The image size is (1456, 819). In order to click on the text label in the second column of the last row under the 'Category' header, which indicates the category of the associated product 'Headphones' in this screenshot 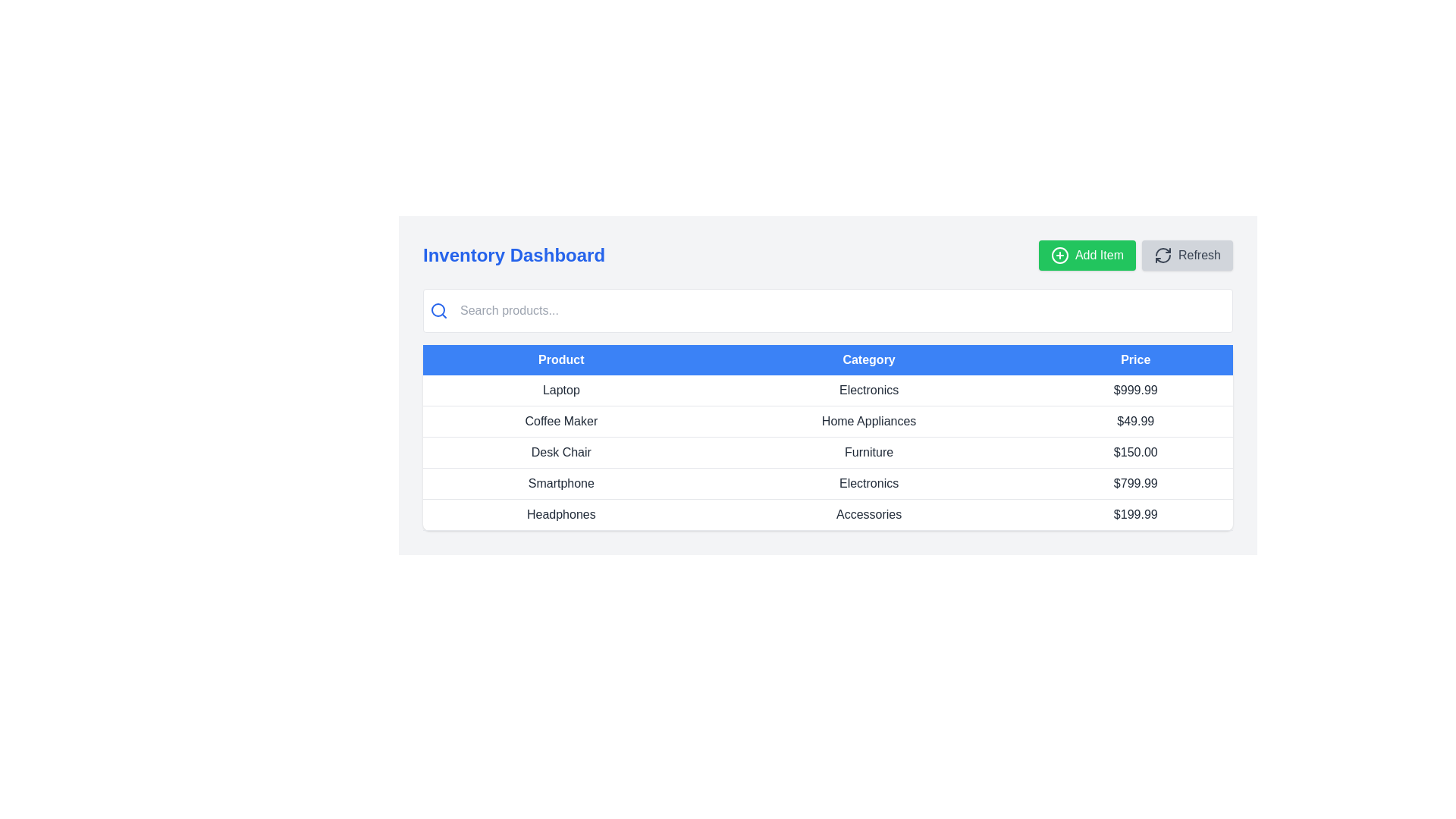, I will do `click(869, 513)`.